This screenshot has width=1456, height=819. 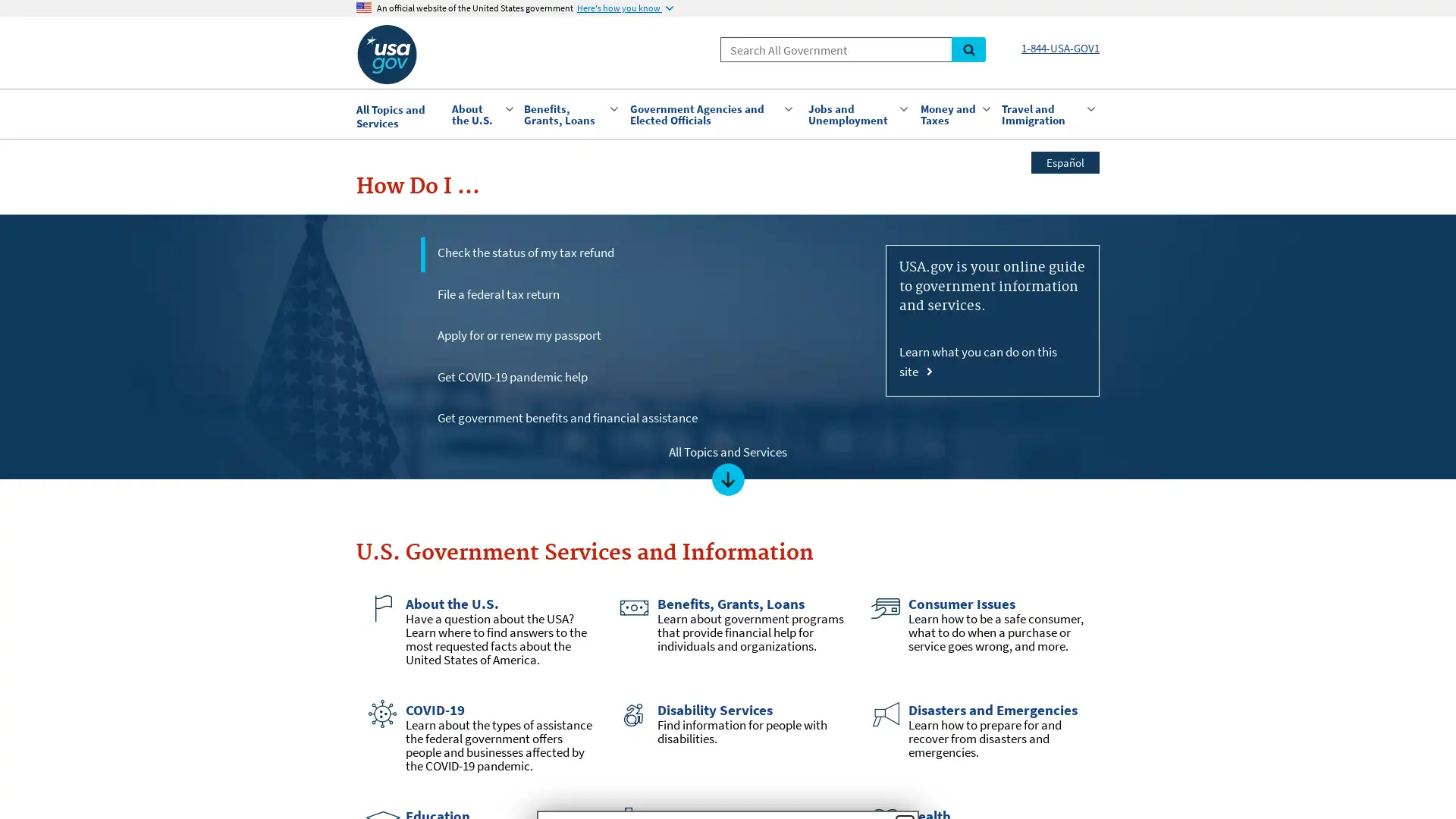 What do you see at coordinates (790, 450) in the screenshot?
I see `No Thanks` at bounding box center [790, 450].